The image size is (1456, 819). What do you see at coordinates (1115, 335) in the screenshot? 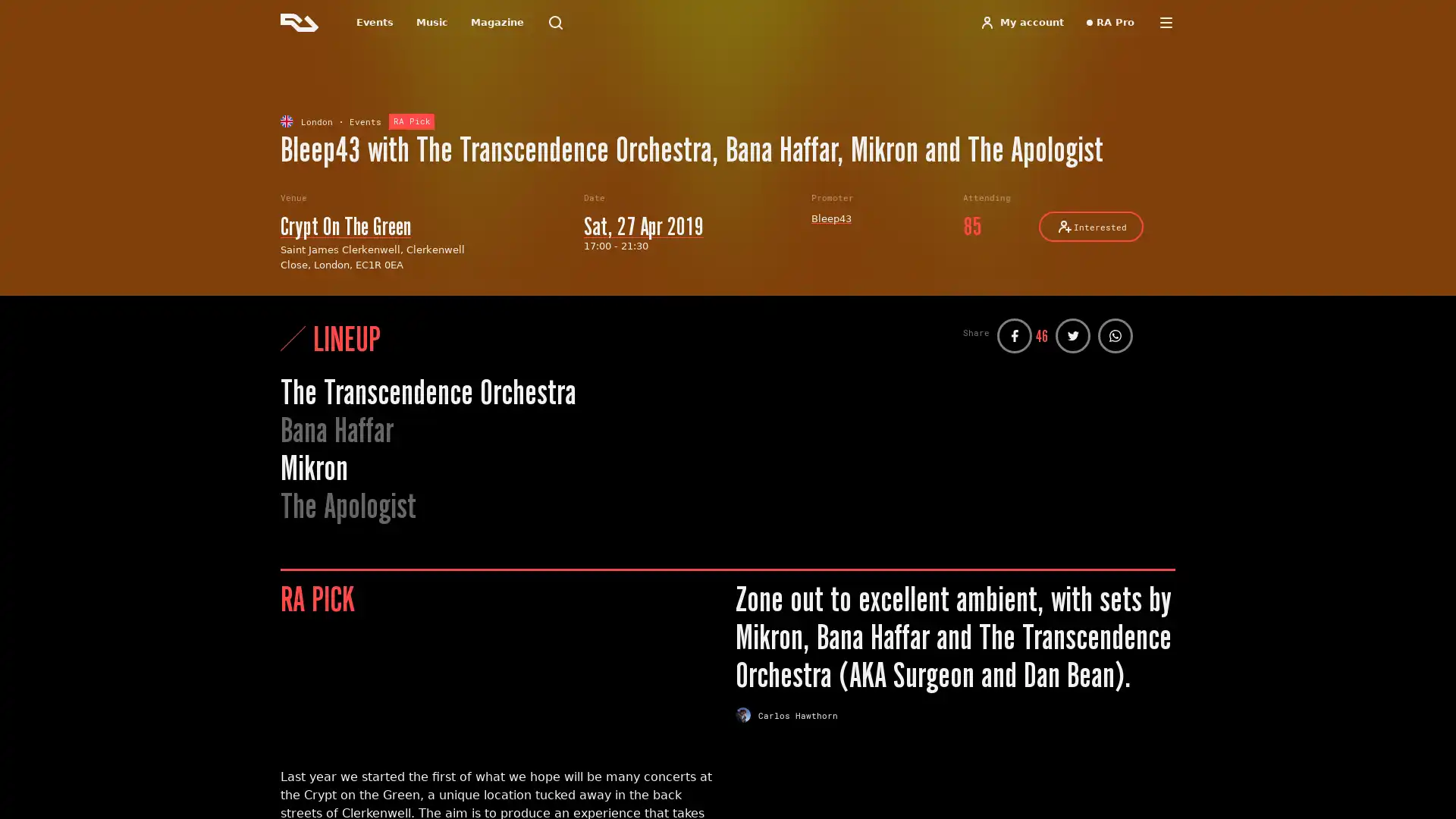
I see `whatsapp` at bounding box center [1115, 335].